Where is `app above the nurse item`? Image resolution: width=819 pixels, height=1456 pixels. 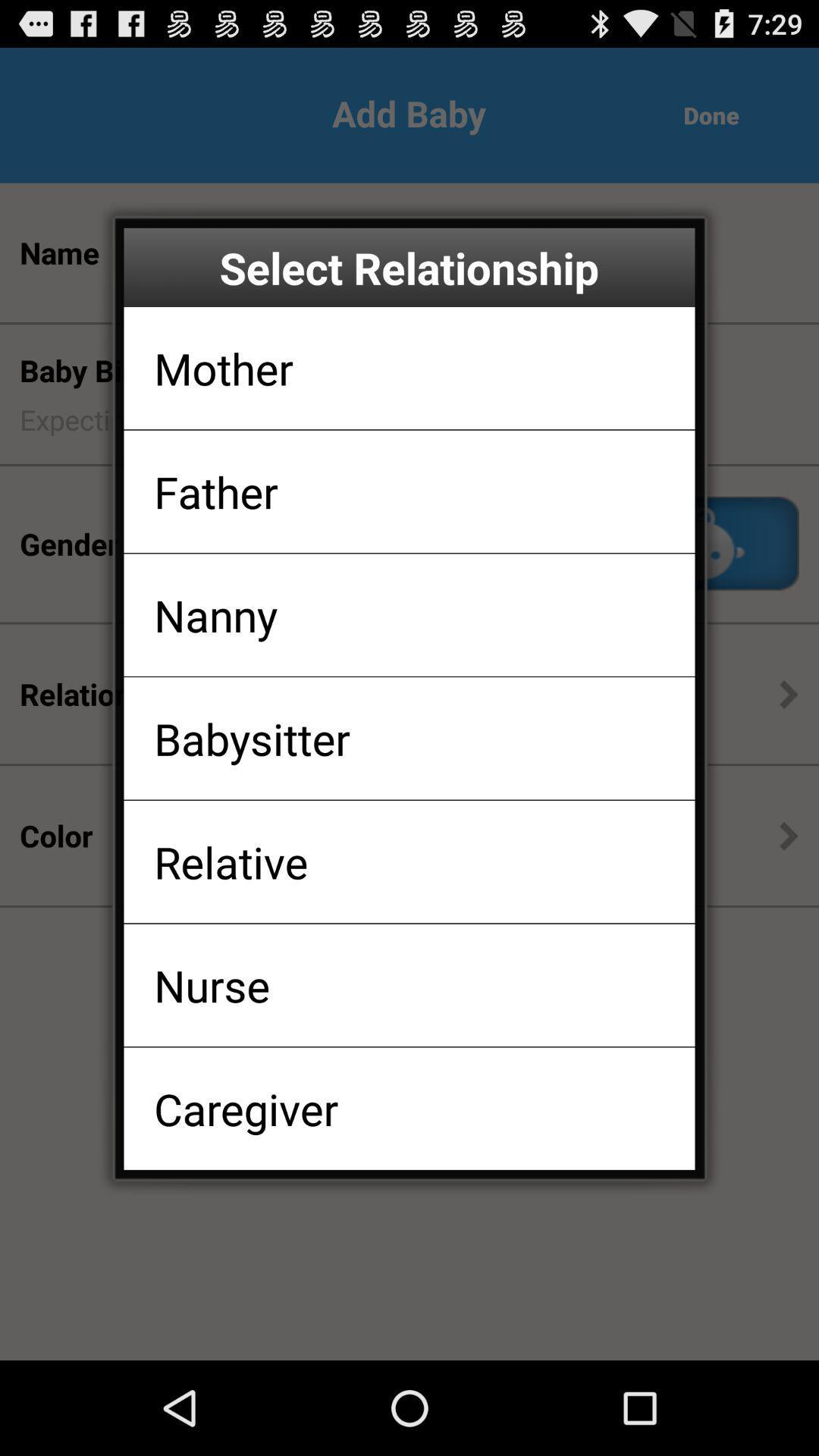 app above the nurse item is located at coordinates (231, 861).